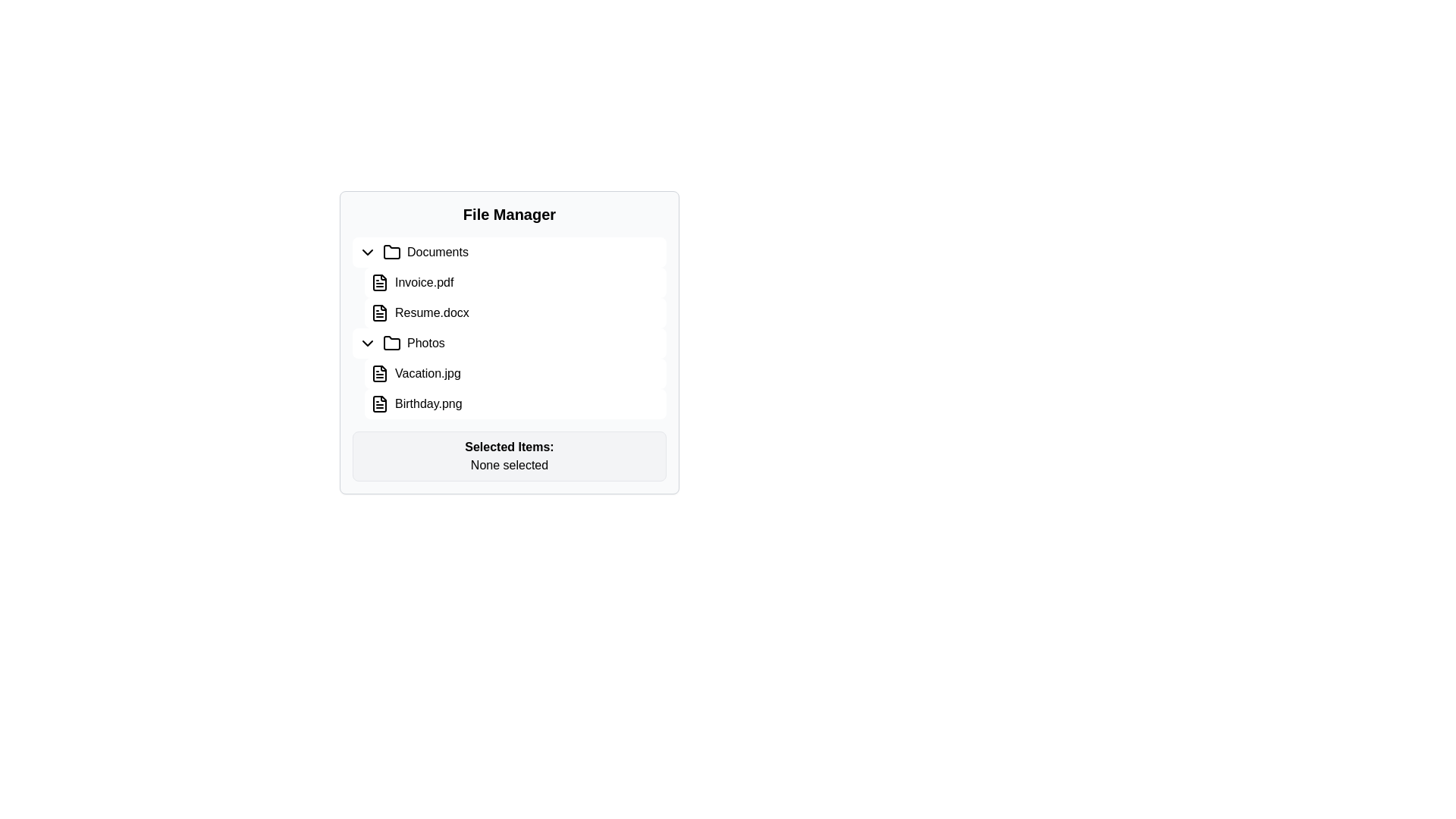  What do you see at coordinates (367, 251) in the screenshot?
I see `the Expandable icon` at bounding box center [367, 251].